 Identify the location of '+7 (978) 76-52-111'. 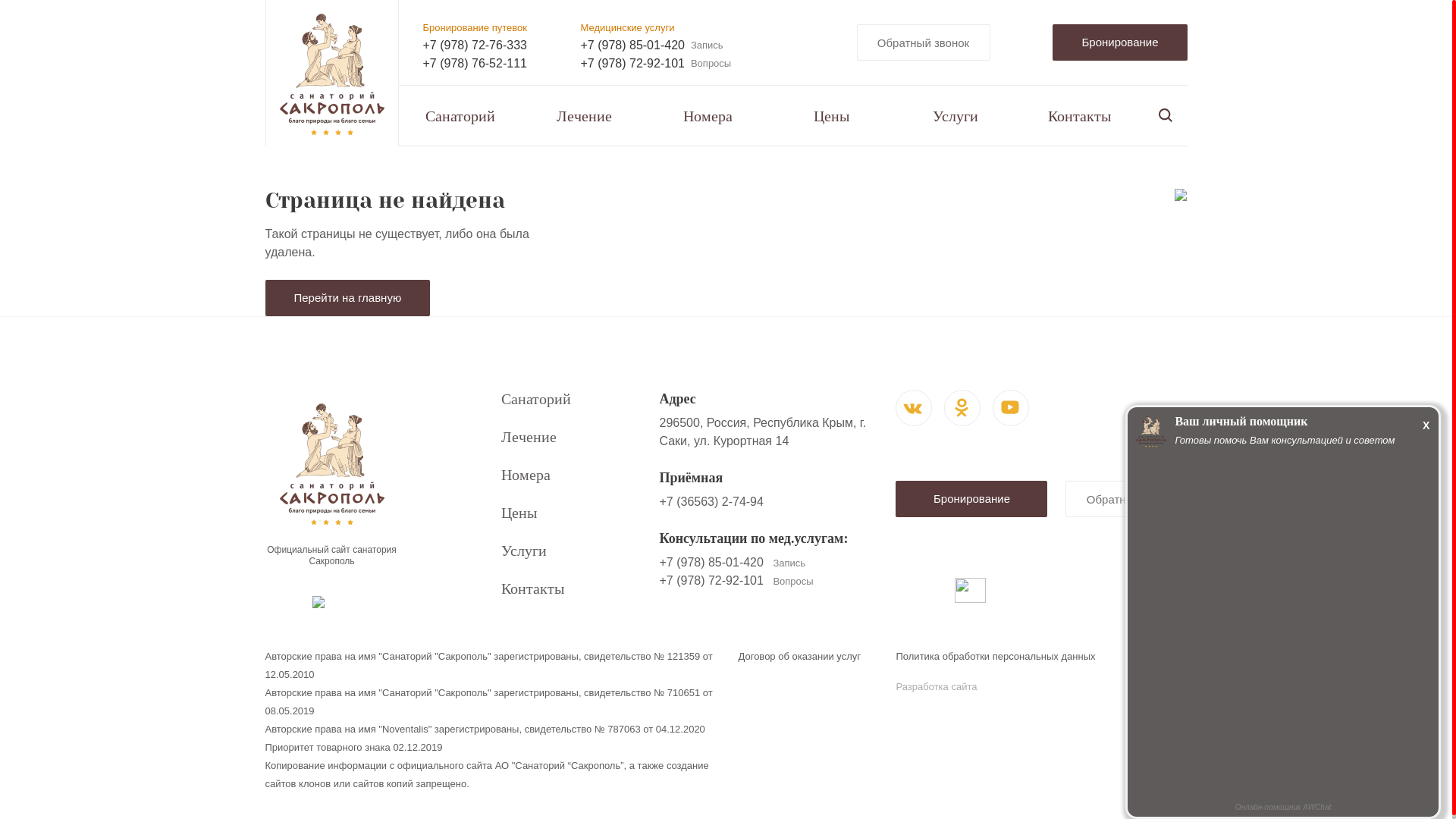
(474, 63).